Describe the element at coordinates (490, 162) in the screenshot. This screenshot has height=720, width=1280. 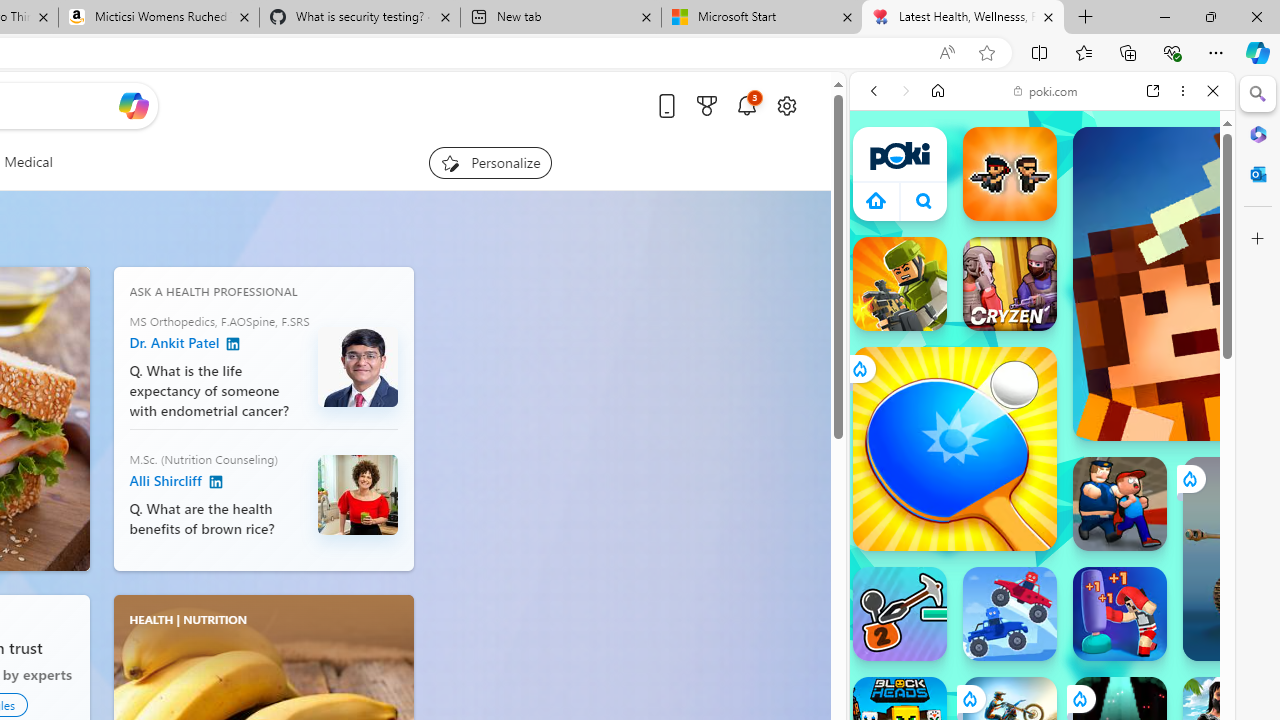
I see `'Personalize your feed"'` at that location.